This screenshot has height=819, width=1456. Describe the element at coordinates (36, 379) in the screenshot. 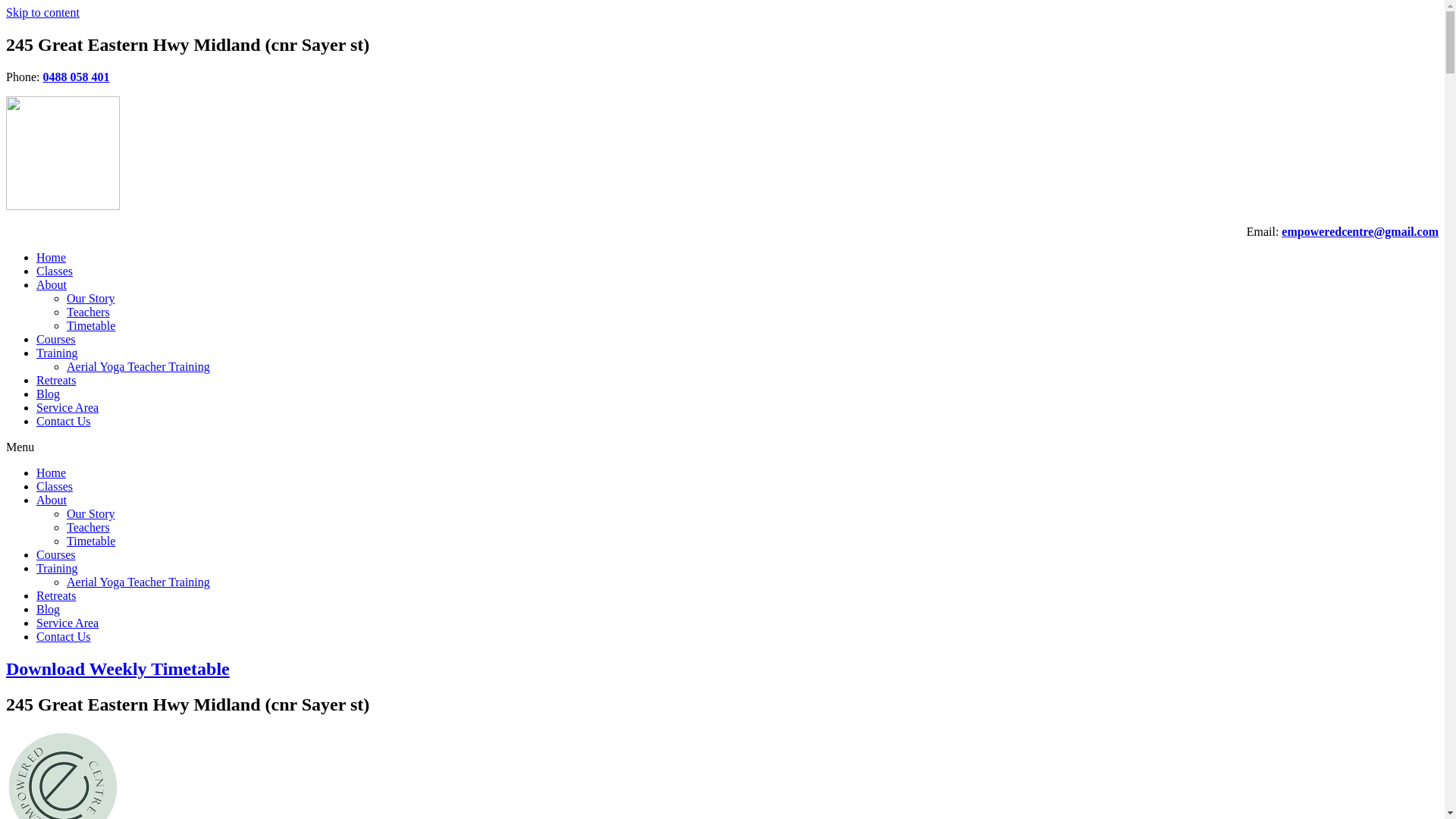

I see `'Retreats'` at that location.